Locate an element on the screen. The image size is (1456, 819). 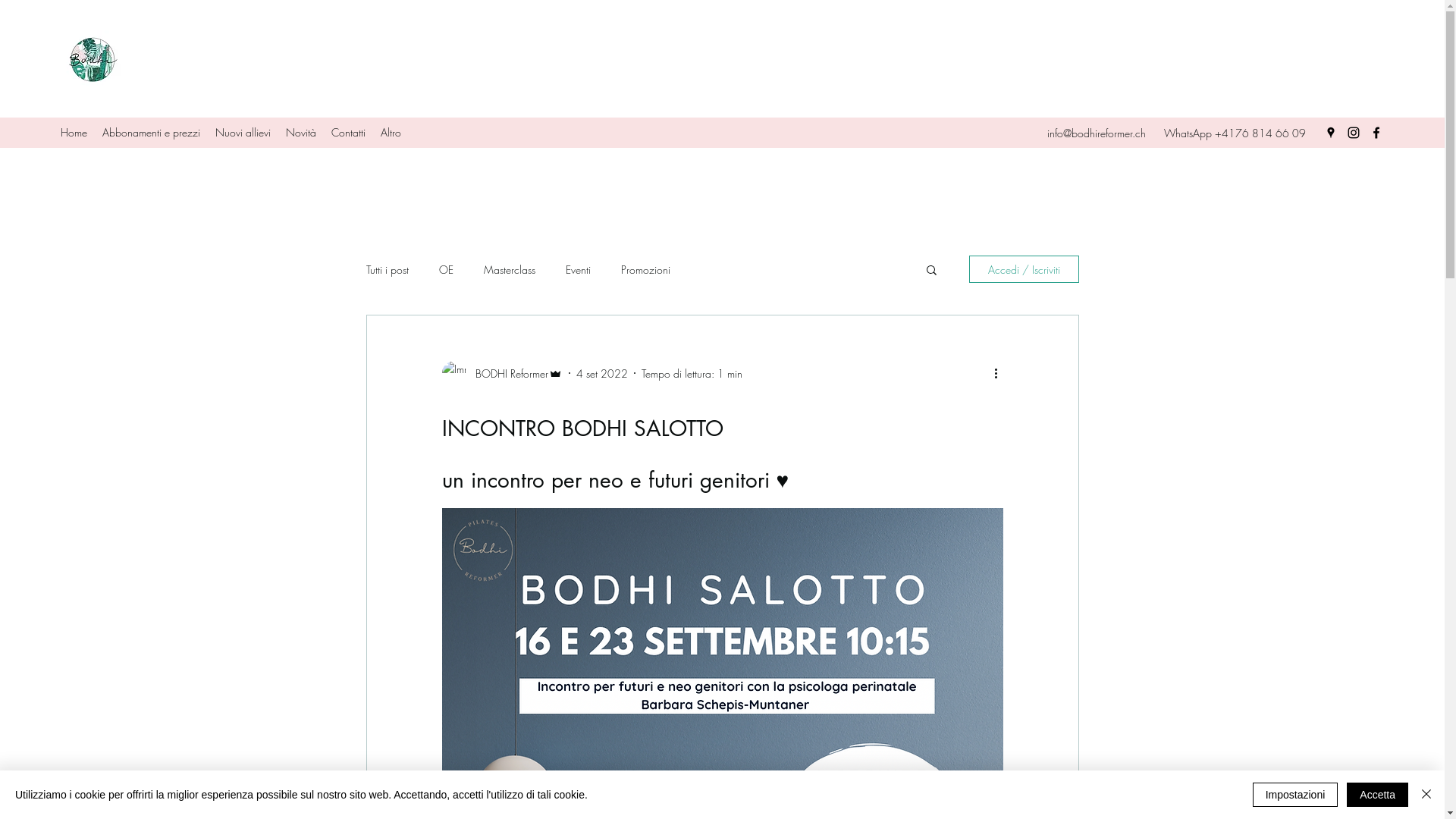
'Home' is located at coordinates (73, 131).